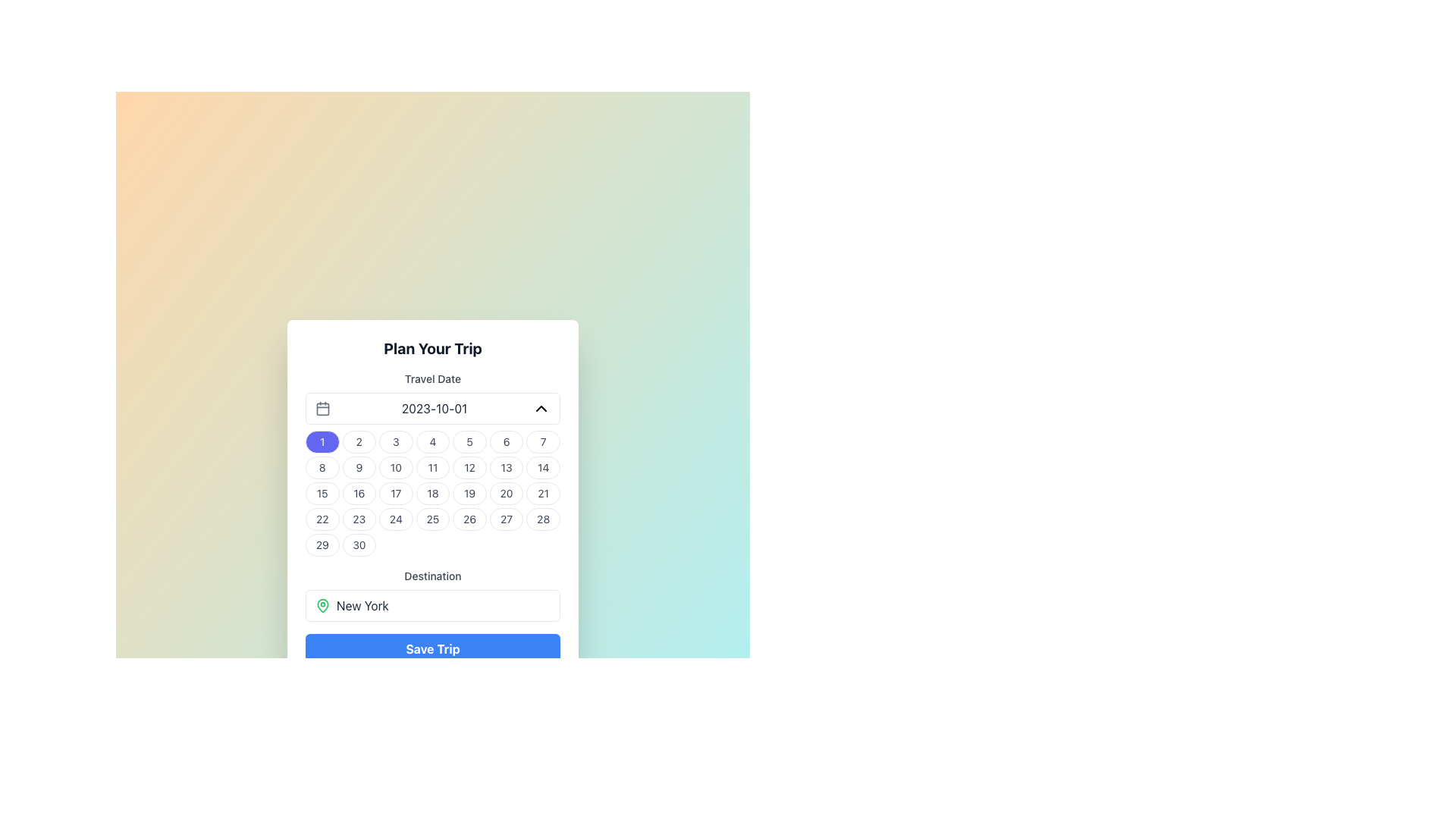 This screenshot has width=1456, height=819. What do you see at coordinates (396, 467) in the screenshot?
I see `the circular button with the number '10' which is the third item in the second row of a grid layout, located beneath the 'Travel Date' text input field` at bounding box center [396, 467].